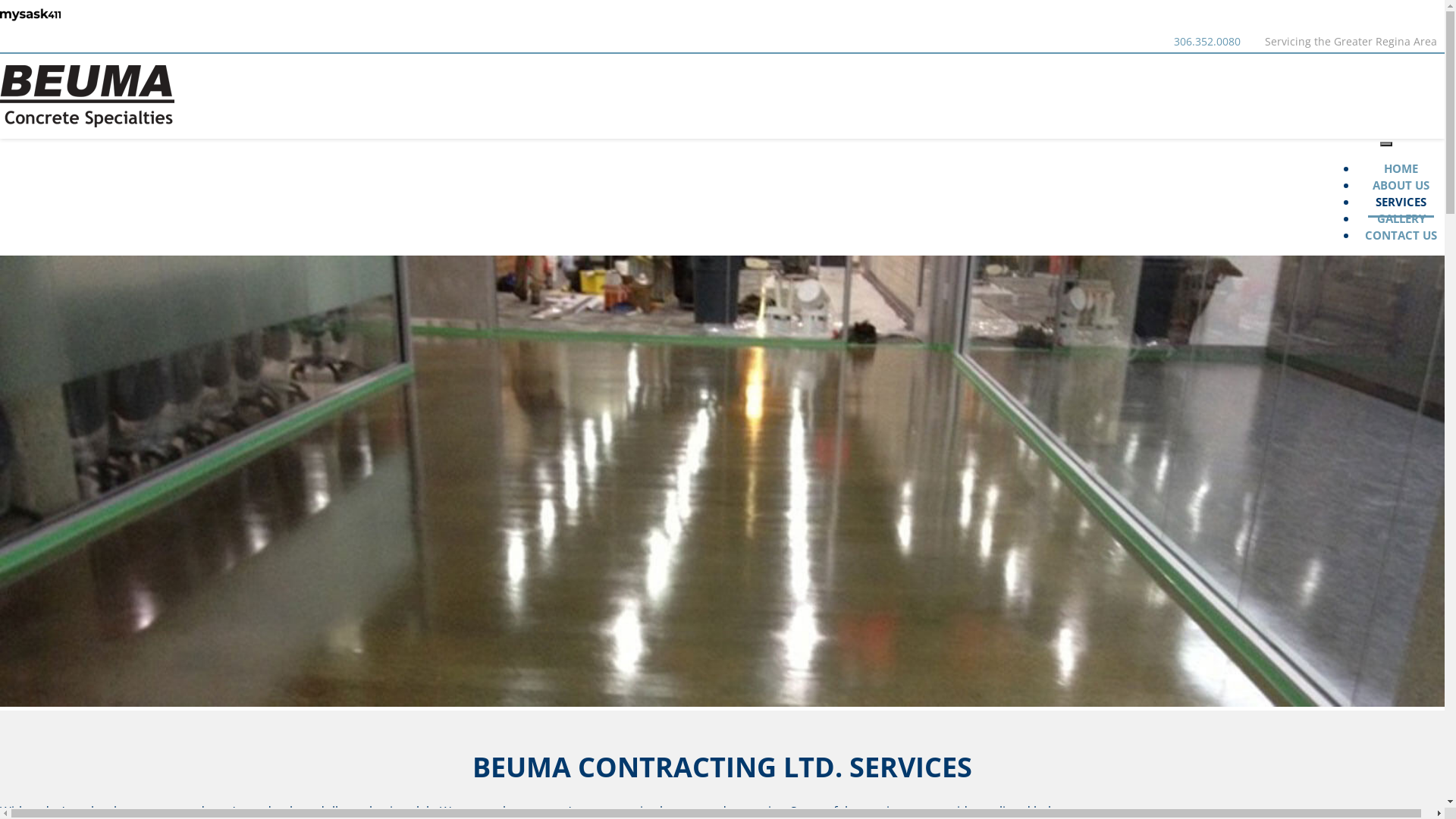 Image resolution: width=1456 pixels, height=819 pixels. What do you see at coordinates (1400, 185) in the screenshot?
I see `'ABOUT US'` at bounding box center [1400, 185].